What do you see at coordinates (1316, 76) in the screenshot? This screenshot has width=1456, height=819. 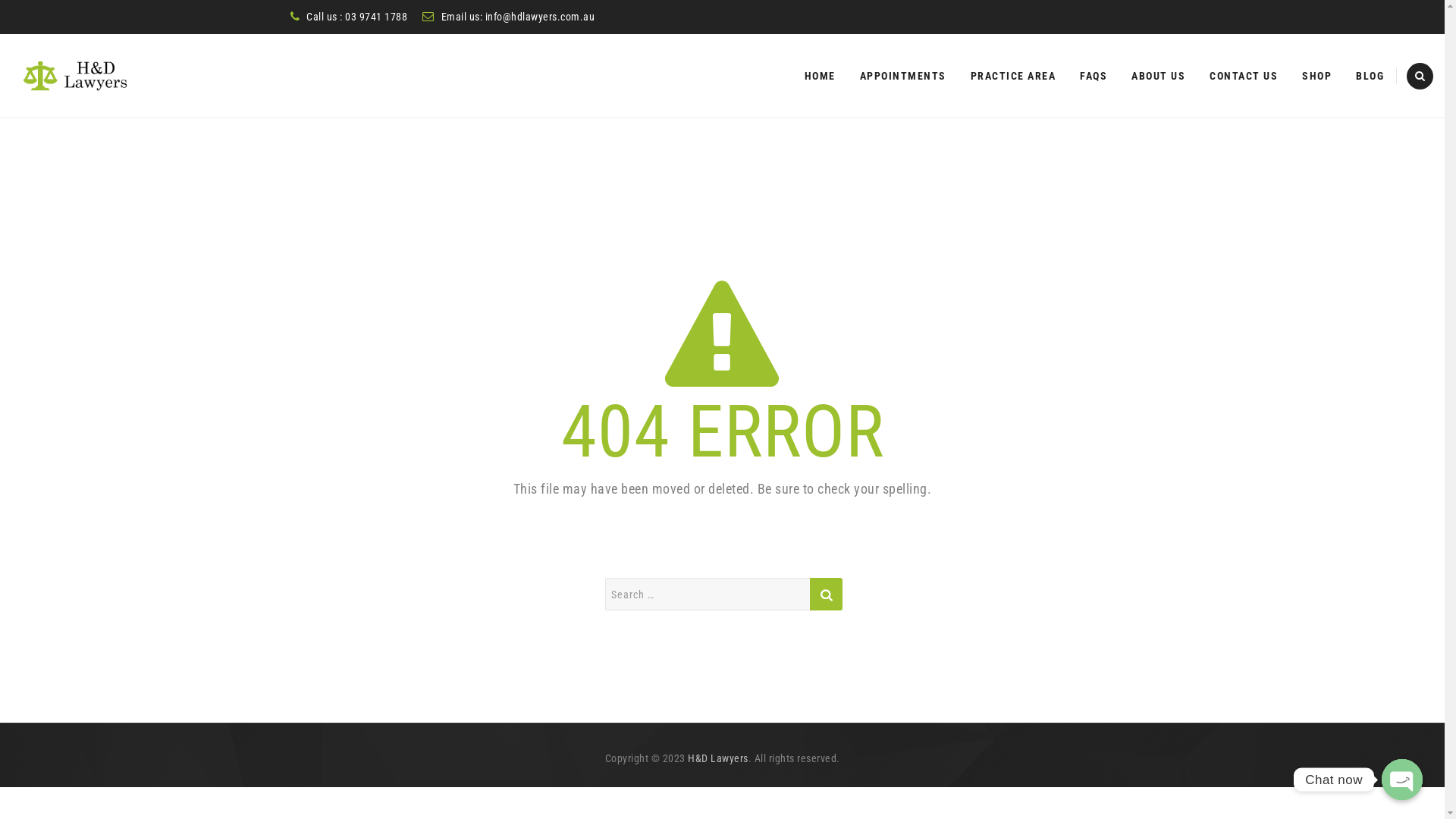 I see `'SHOP'` at bounding box center [1316, 76].